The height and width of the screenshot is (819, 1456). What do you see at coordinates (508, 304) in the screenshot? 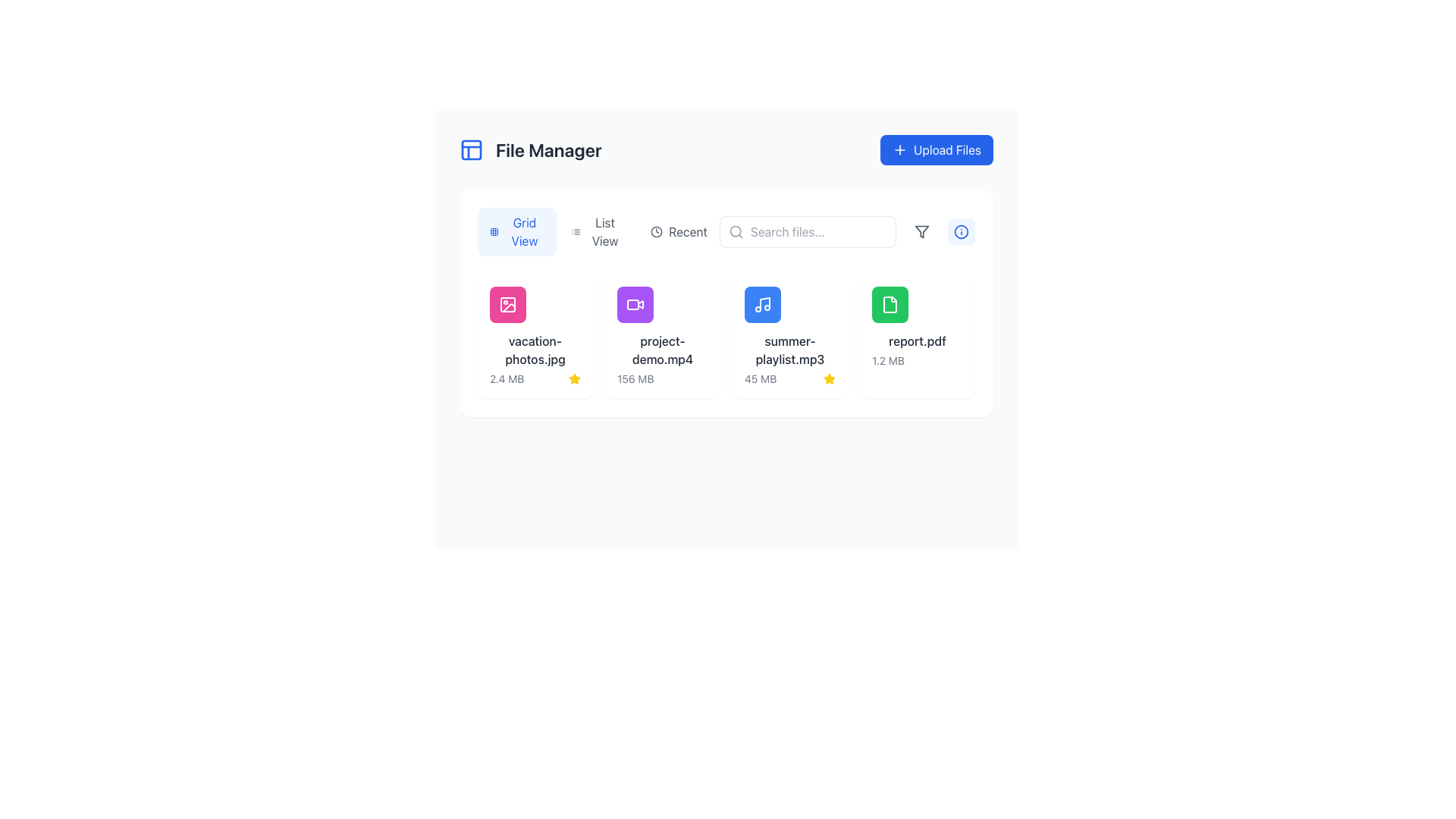
I see `the Icon button with a pink background and a white photo icon` at bounding box center [508, 304].